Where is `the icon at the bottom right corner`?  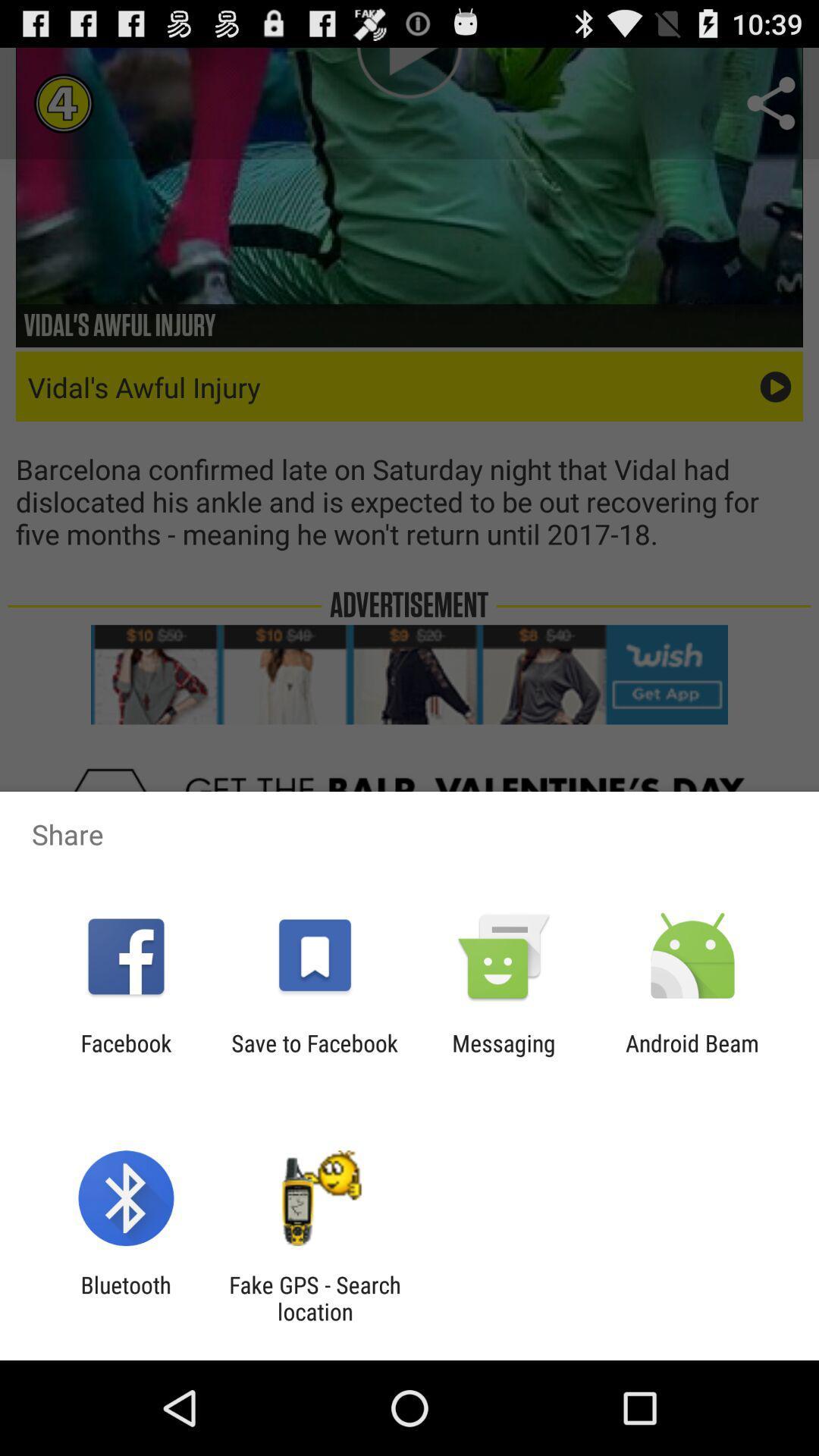 the icon at the bottom right corner is located at coordinates (692, 1056).